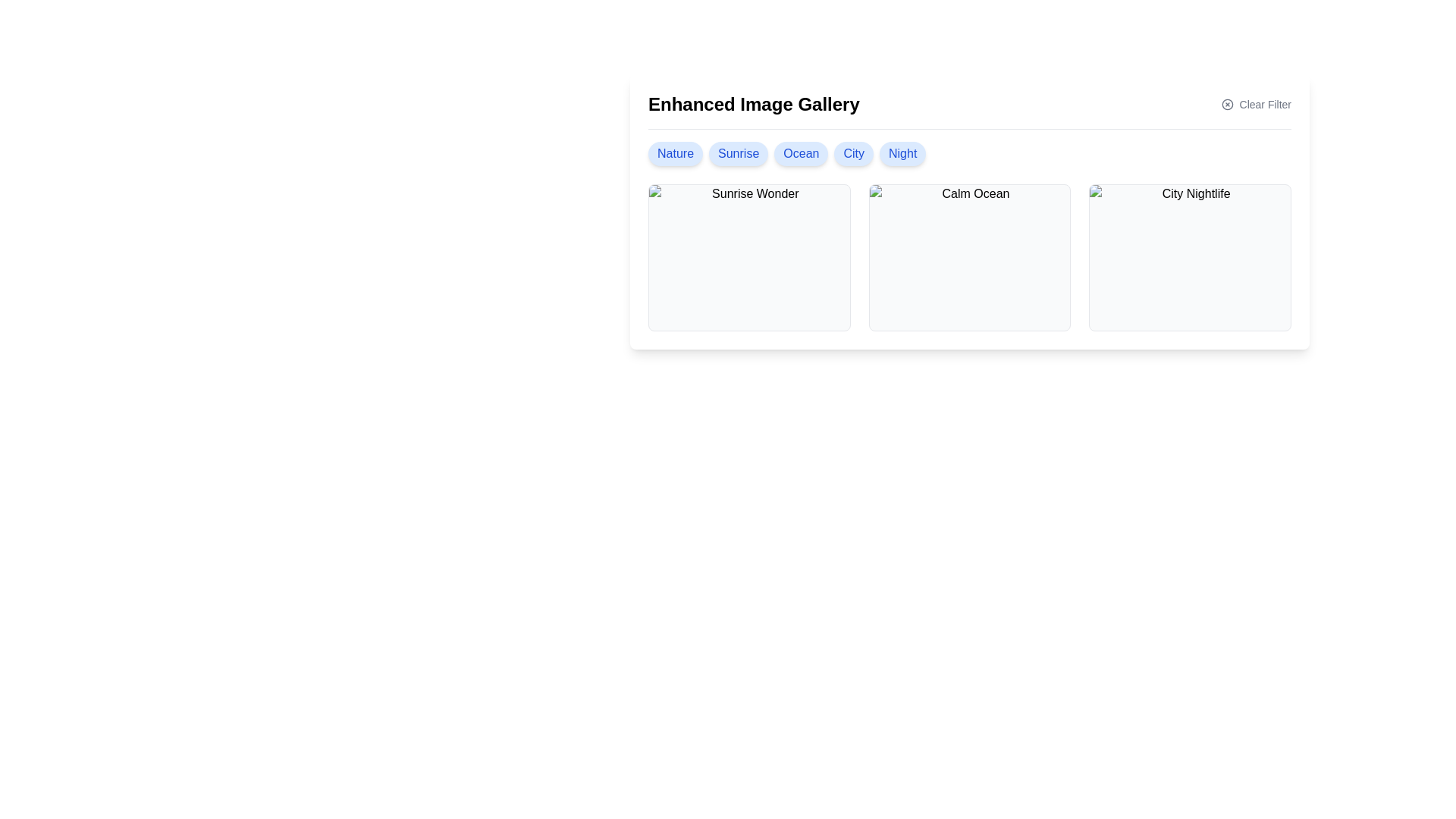 Image resolution: width=1456 pixels, height=819 pixels. I want to click on the 'Calm Ocean' content card, so click(968, 256).